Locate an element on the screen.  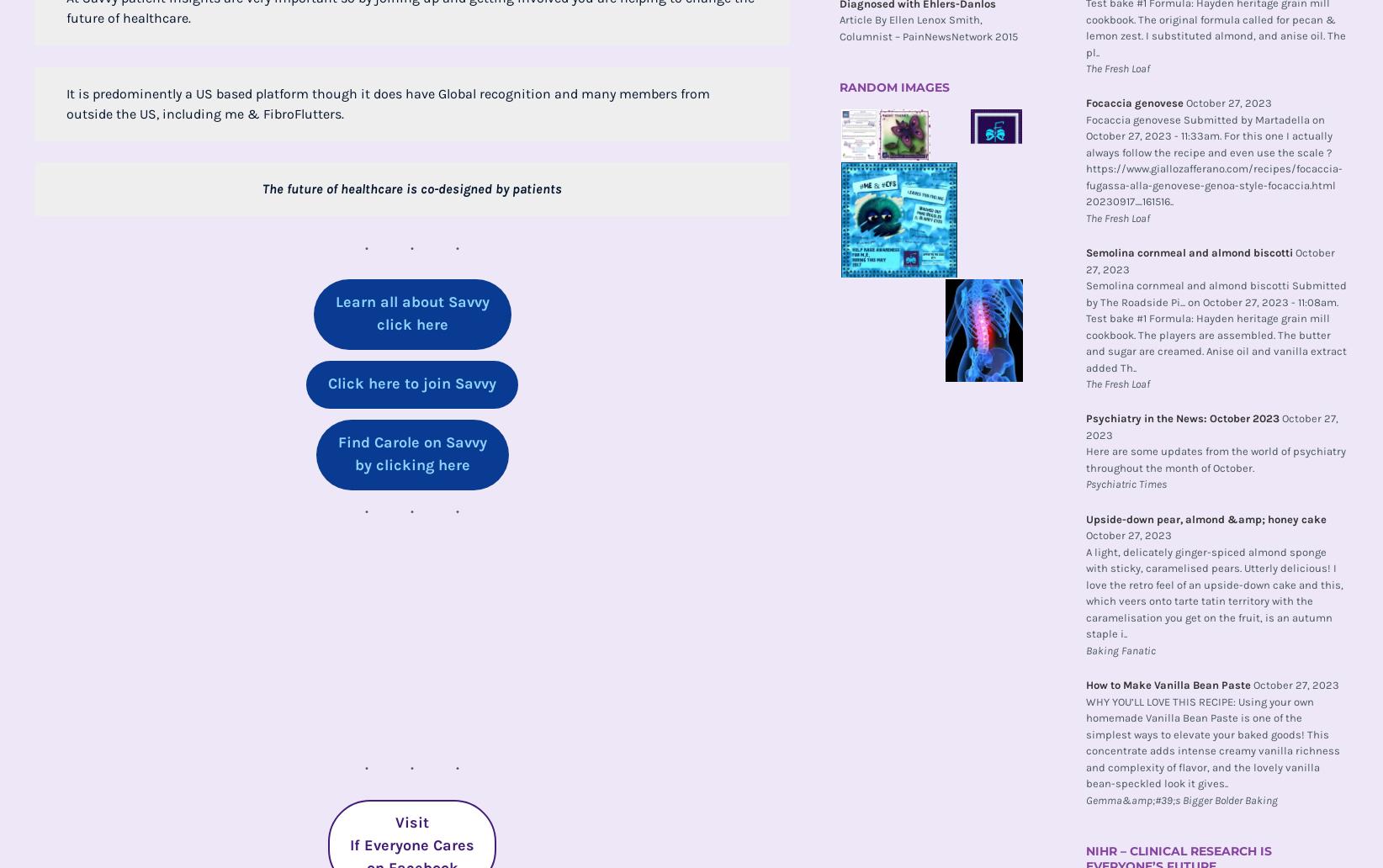
'Semolina cornmeal and almond biscotti Submitted by The Roadside Pi... on October 27, 2023 - 11:08am. Test bake #1 Formula: Hayden heritage grain mill cookbook. The players are assembled. The butter and sugar are creamed. Anise oil and vanilla extract added Th..' is located at coordinates (1216, 325).